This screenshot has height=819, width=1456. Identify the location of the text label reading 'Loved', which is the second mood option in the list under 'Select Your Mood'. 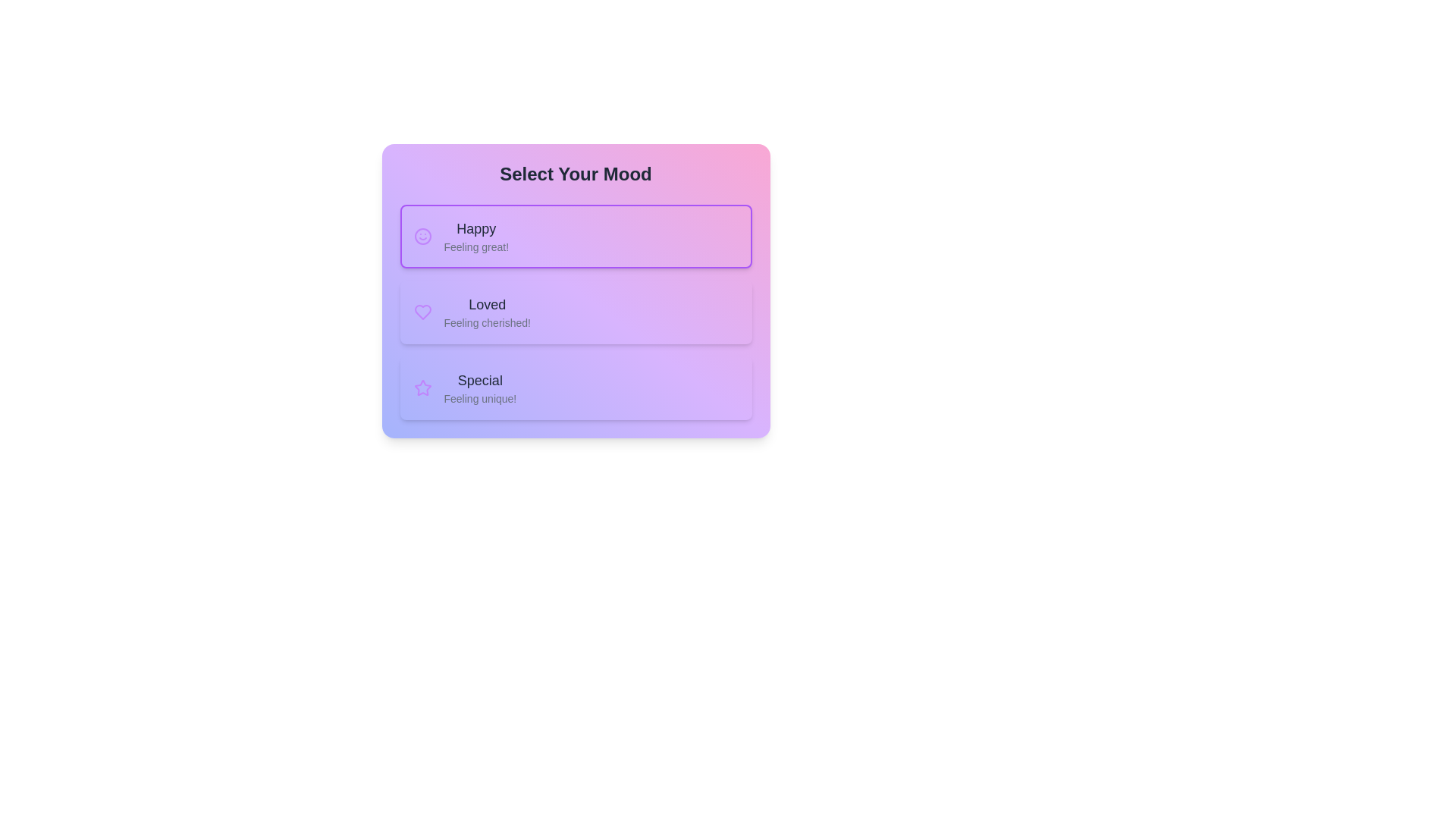
(487, 304).